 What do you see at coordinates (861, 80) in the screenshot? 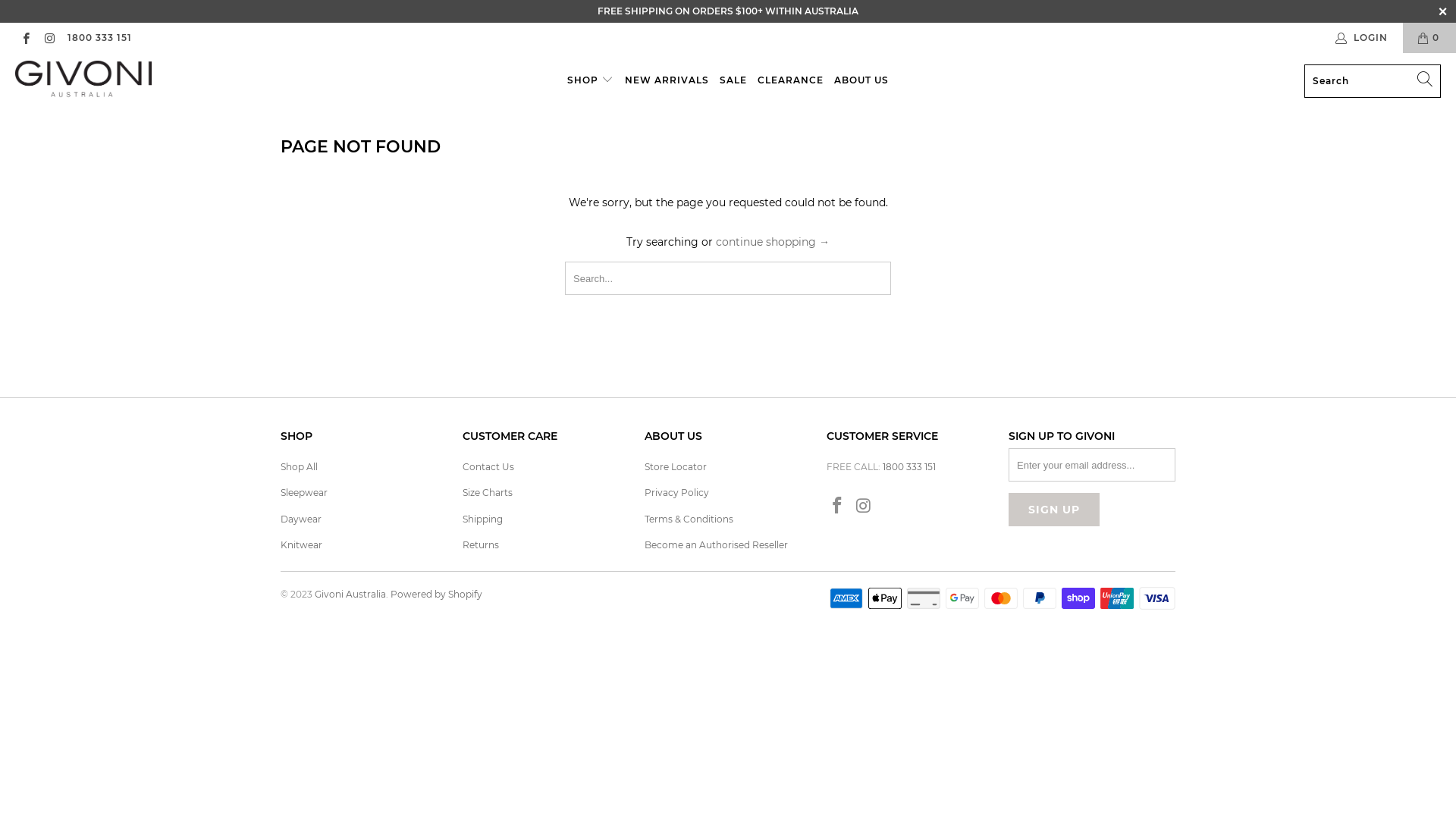
I see `'ABOUT US'` at bounding box center [861, 80].